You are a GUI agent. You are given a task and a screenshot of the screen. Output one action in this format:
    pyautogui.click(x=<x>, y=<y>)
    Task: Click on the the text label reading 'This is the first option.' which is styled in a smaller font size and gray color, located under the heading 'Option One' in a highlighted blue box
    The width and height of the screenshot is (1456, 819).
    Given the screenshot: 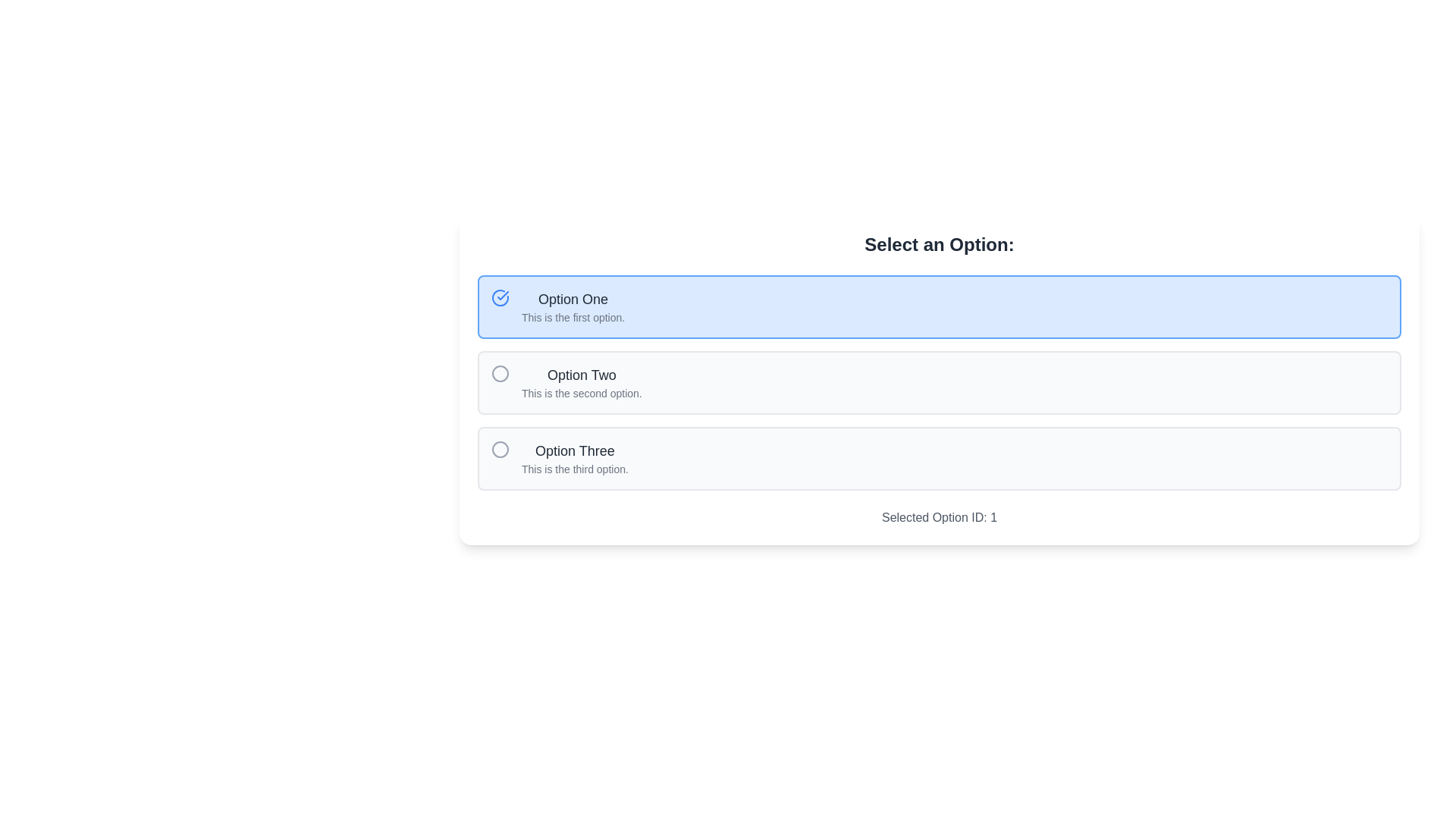 What is the action you would take?
    pyautogui.click(x=573, y=317)
    